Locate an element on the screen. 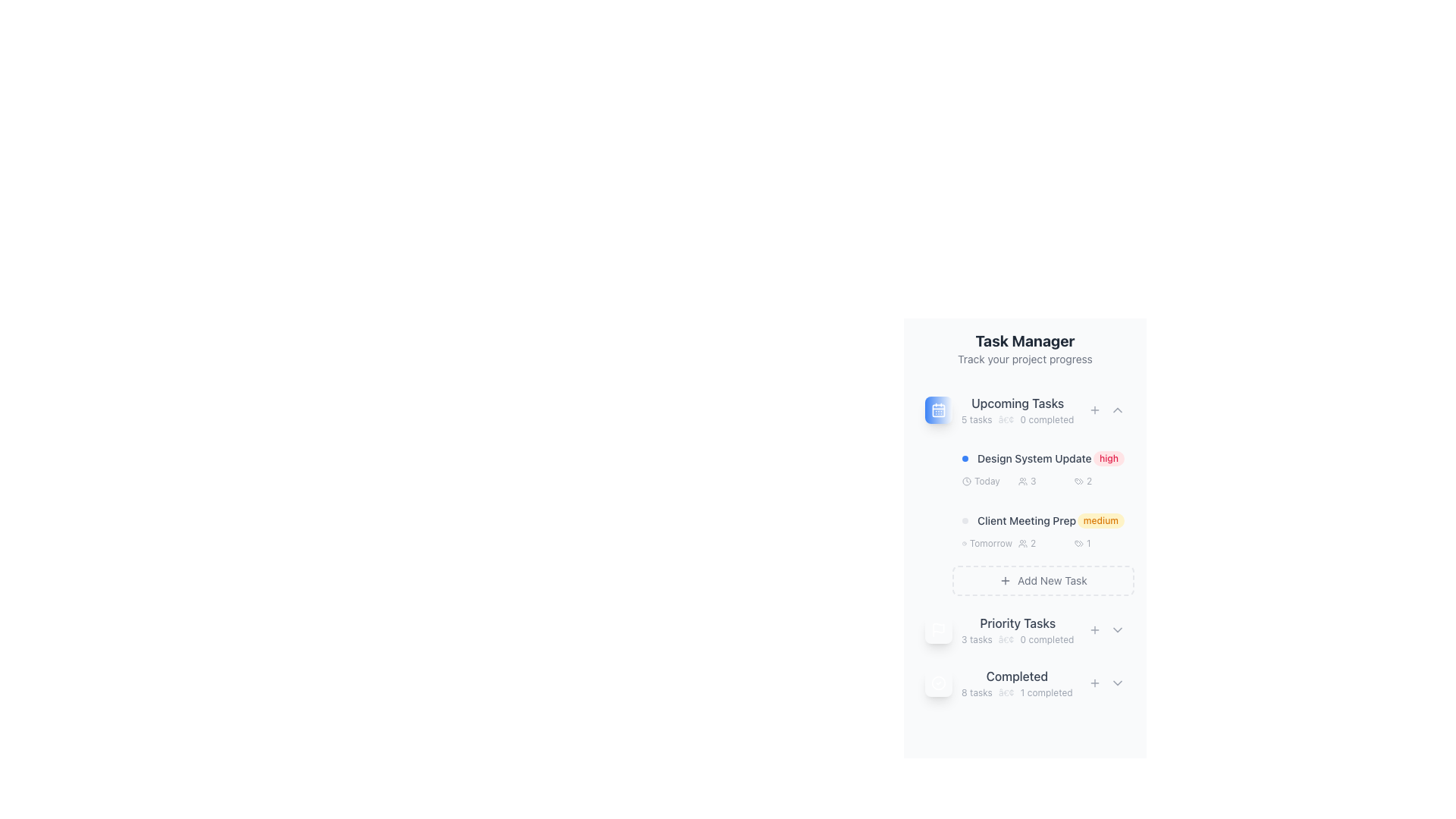  the text label displaying the number of completed tasks in the task organizer interface, located in the lower section of the task panel is located at coordinates (1017, 683).